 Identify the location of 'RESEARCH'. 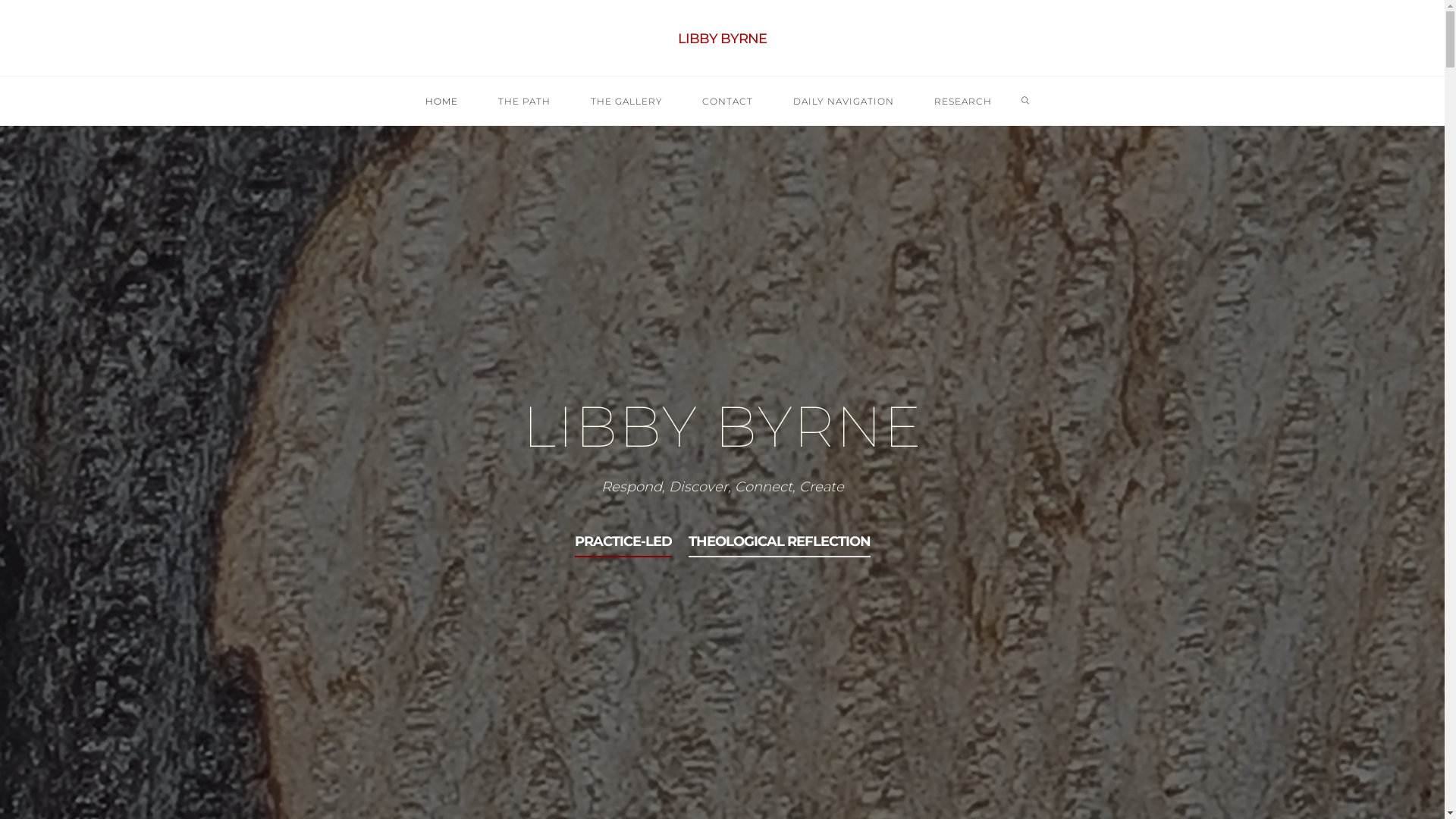
(962, 101).